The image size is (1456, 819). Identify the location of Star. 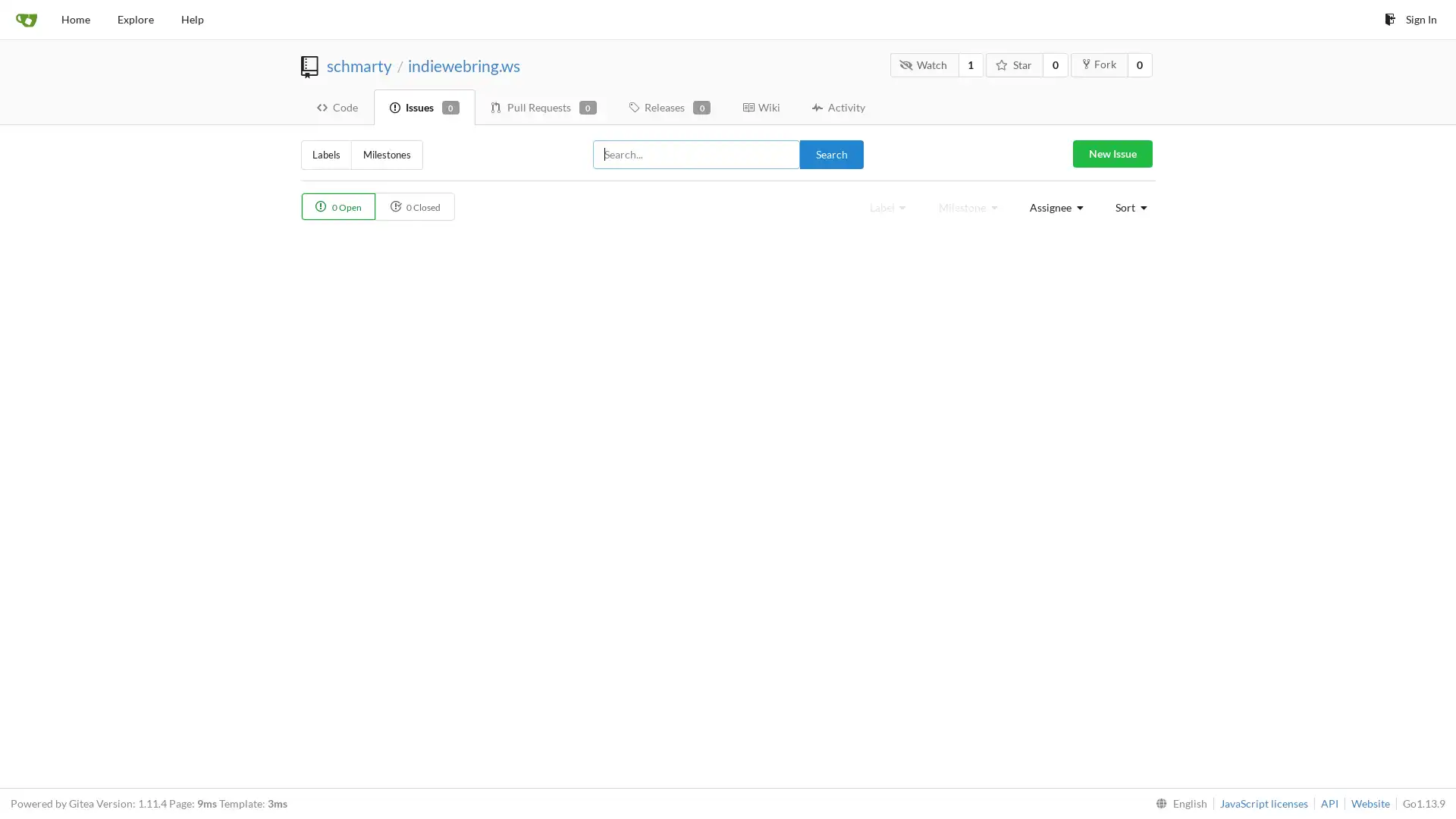
(1015, 64).